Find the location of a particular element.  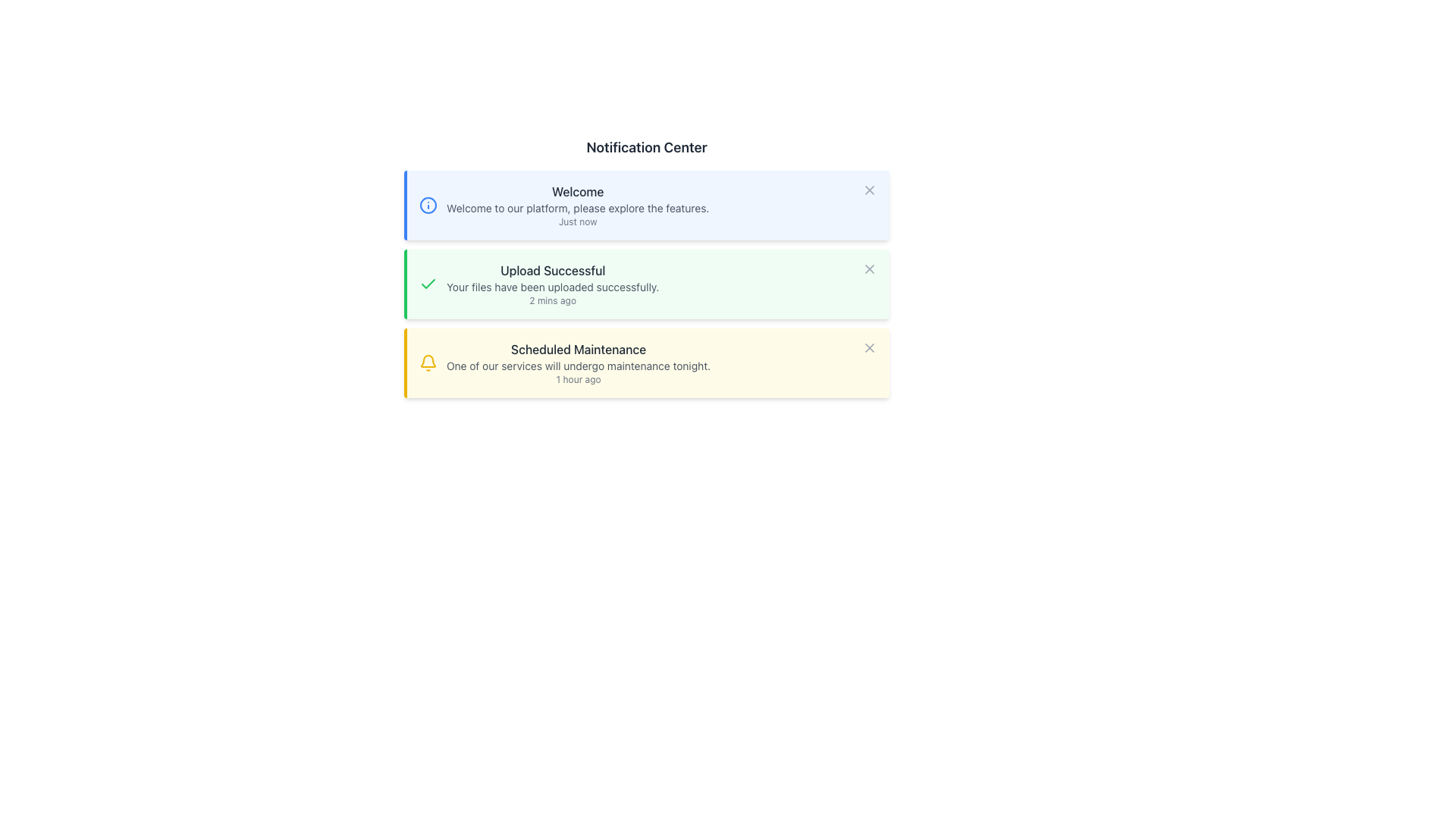

the dismiss button located in the top-right corner of the notification box that contains the text 'Upload Successful' is located at coordinates (870, 268).